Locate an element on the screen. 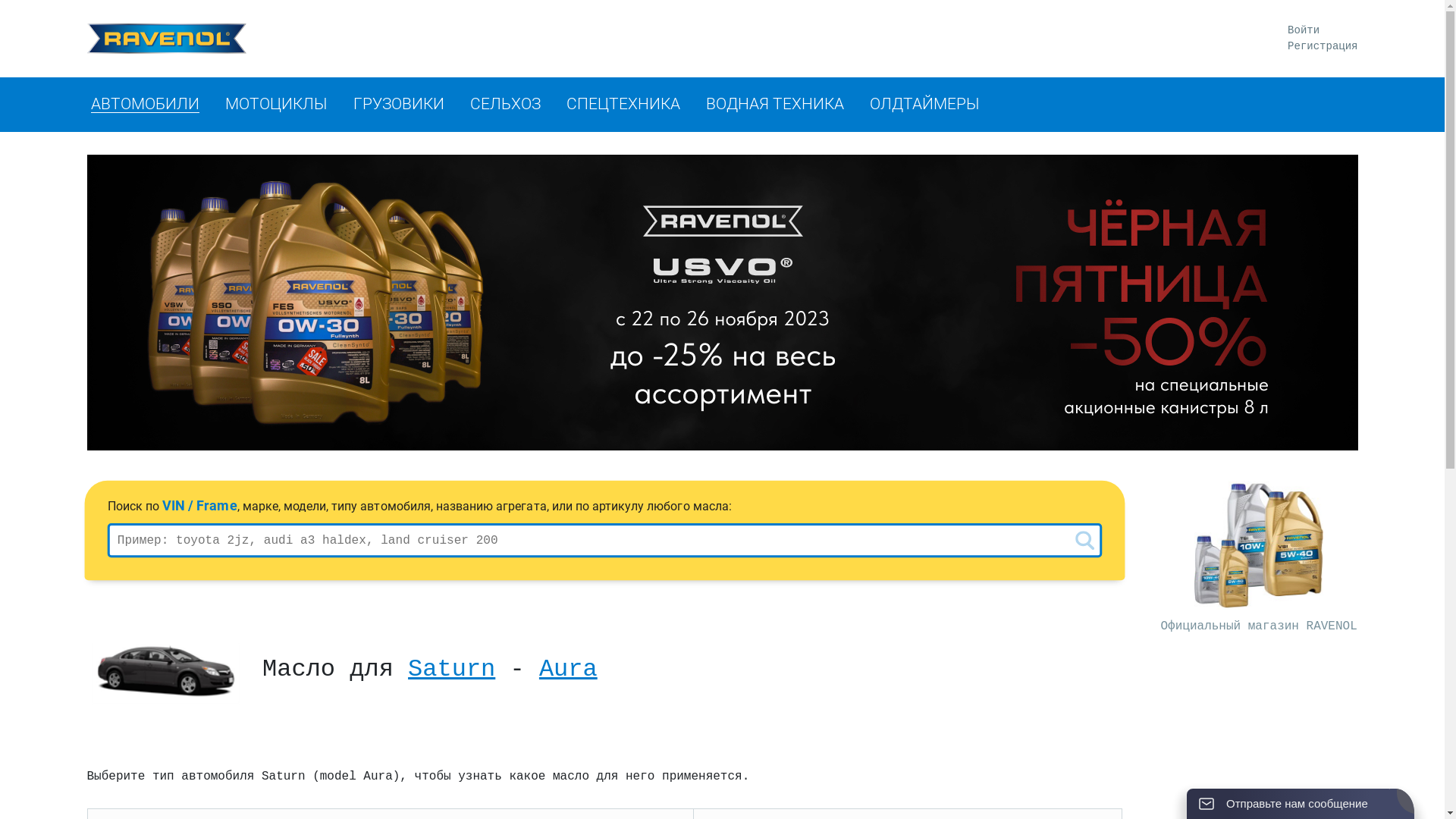  'Saturn Aura' is located at coordinates (165, 673).